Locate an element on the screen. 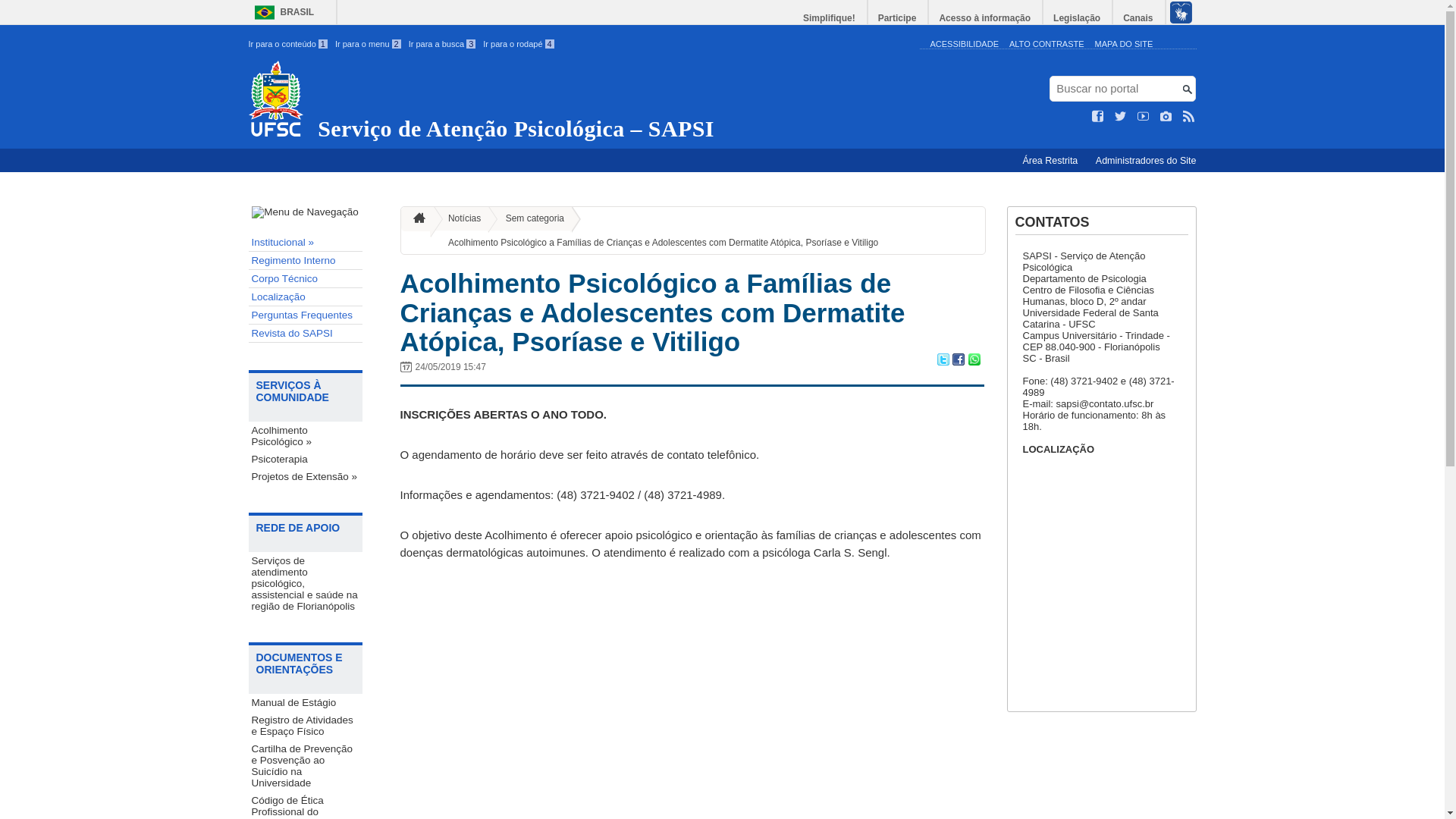 Image resolution: width=1456 pixels, height=819 pixels. 'Revista do SAPSI' is located at coordinates (305, 332).